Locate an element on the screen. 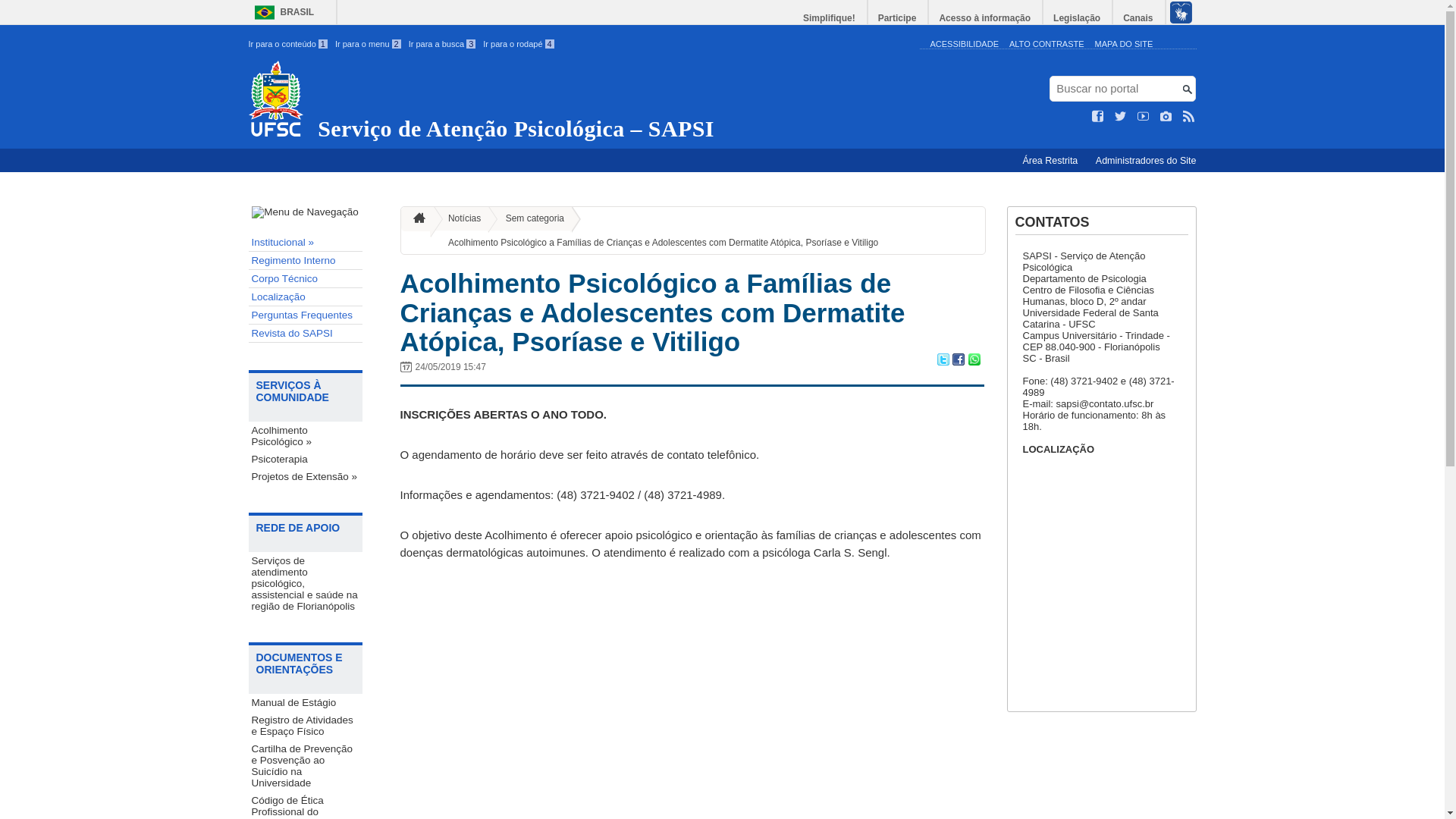 Image resolution: width=1456 pixels, height=819 pixels. 'Revista do SAPSI' is located at coordinates (305, 332).